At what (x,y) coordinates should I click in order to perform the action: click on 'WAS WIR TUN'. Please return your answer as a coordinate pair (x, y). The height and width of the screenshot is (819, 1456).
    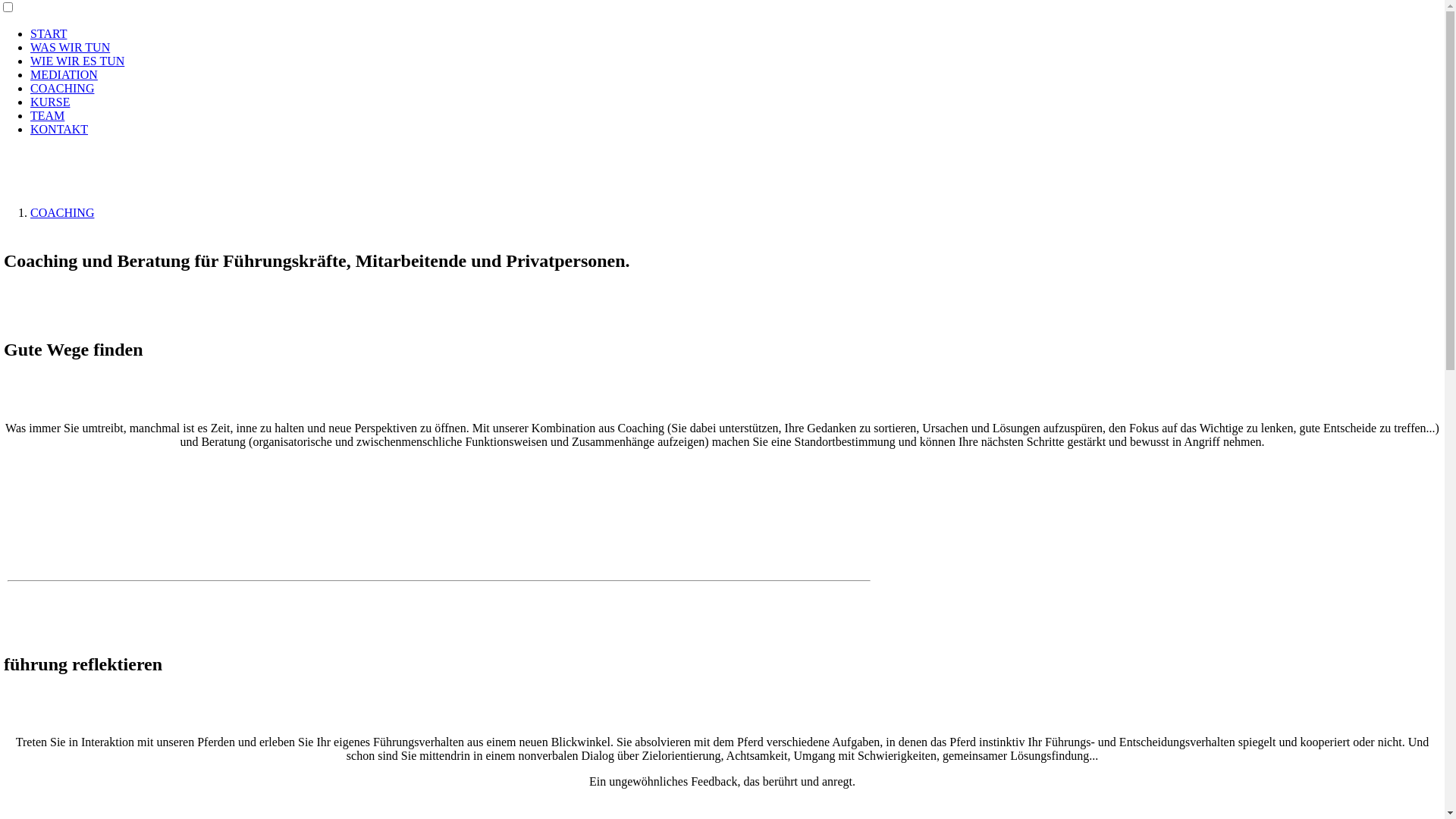
    Looking at the image, I should click on (30, 46).